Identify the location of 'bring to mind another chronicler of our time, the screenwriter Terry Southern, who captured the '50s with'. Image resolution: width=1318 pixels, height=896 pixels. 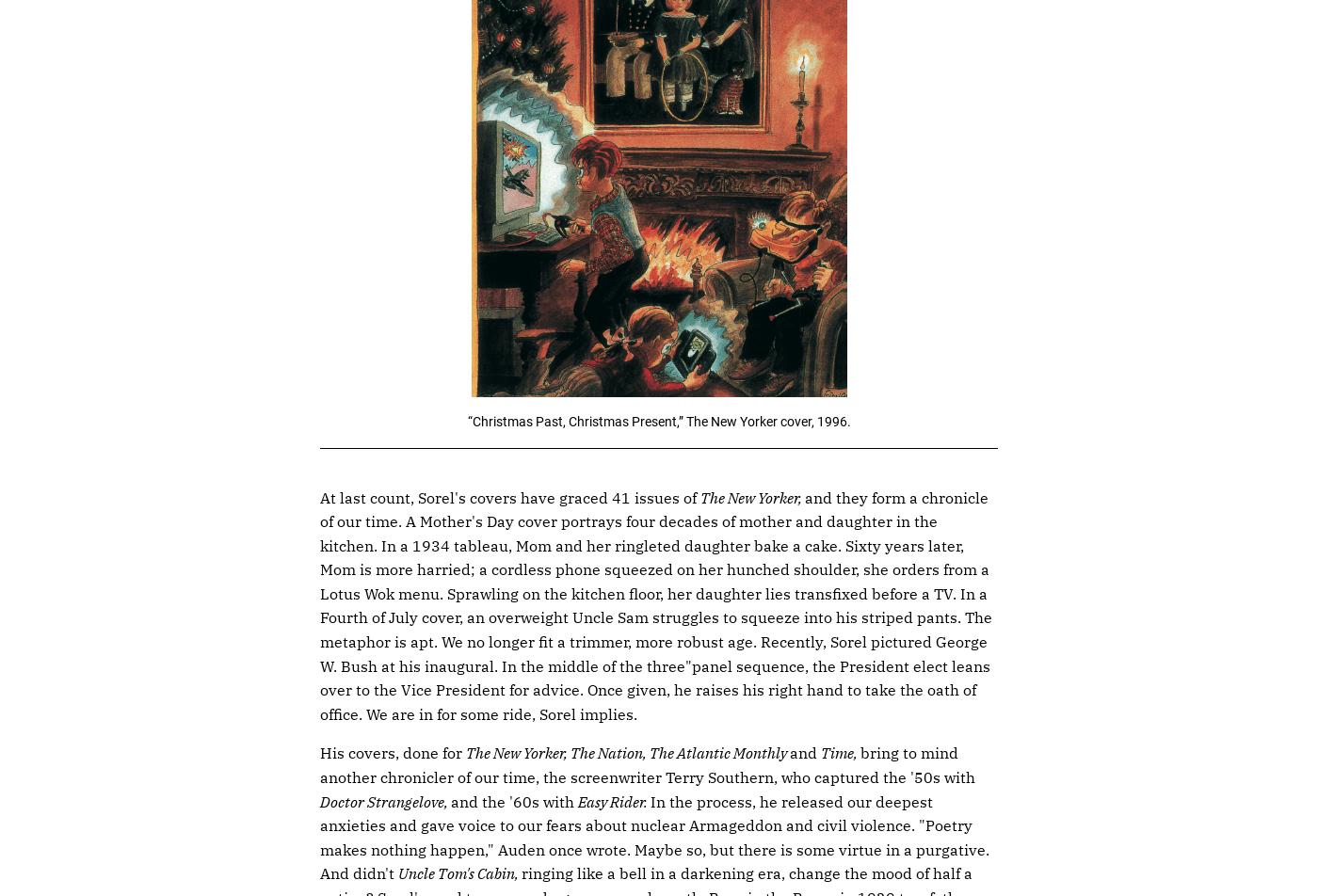
(647, 765).